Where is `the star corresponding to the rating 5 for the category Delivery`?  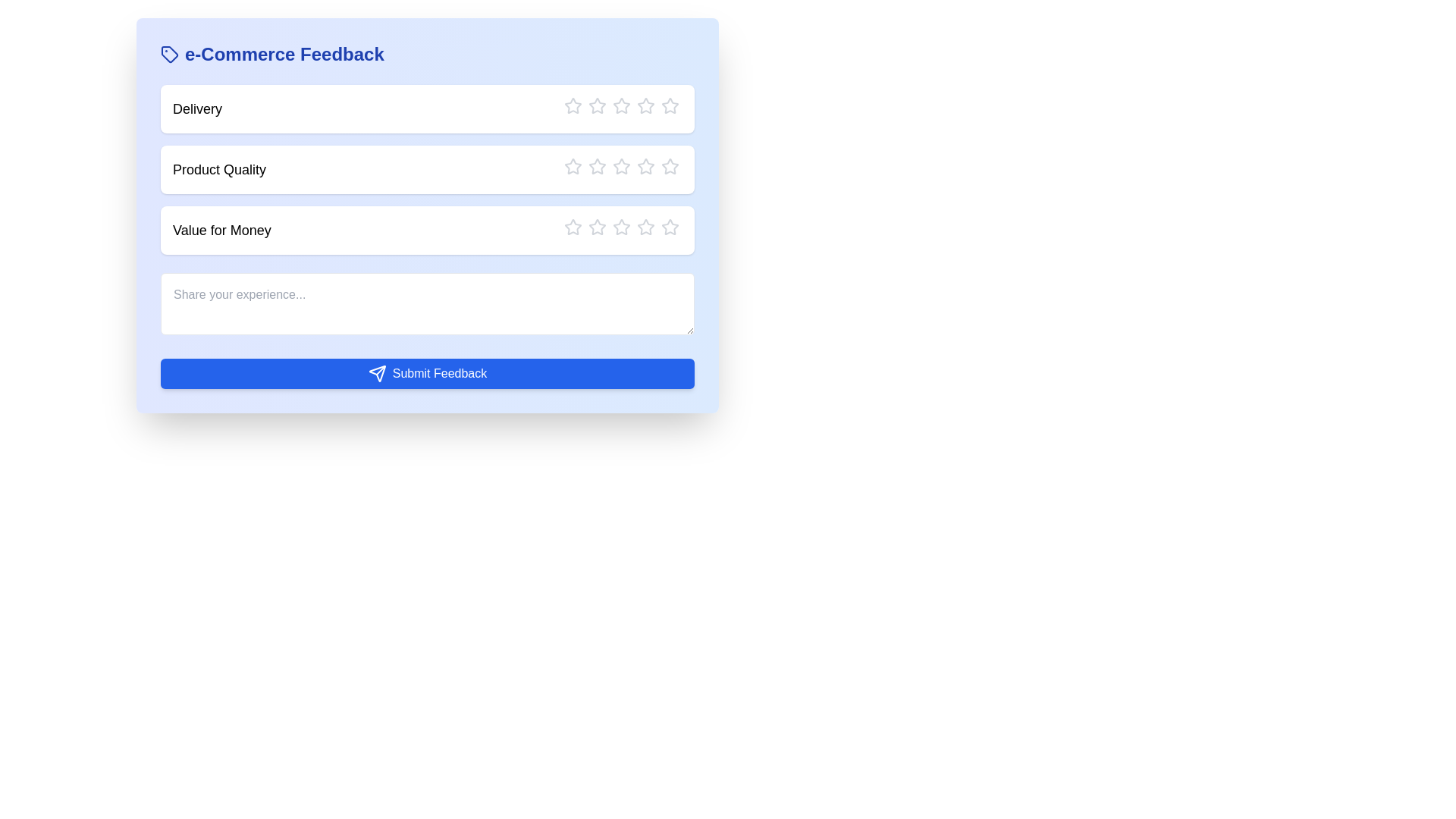 the star corresponding to the rating 5 for the category Delivery is located at coordinates (661, 105).